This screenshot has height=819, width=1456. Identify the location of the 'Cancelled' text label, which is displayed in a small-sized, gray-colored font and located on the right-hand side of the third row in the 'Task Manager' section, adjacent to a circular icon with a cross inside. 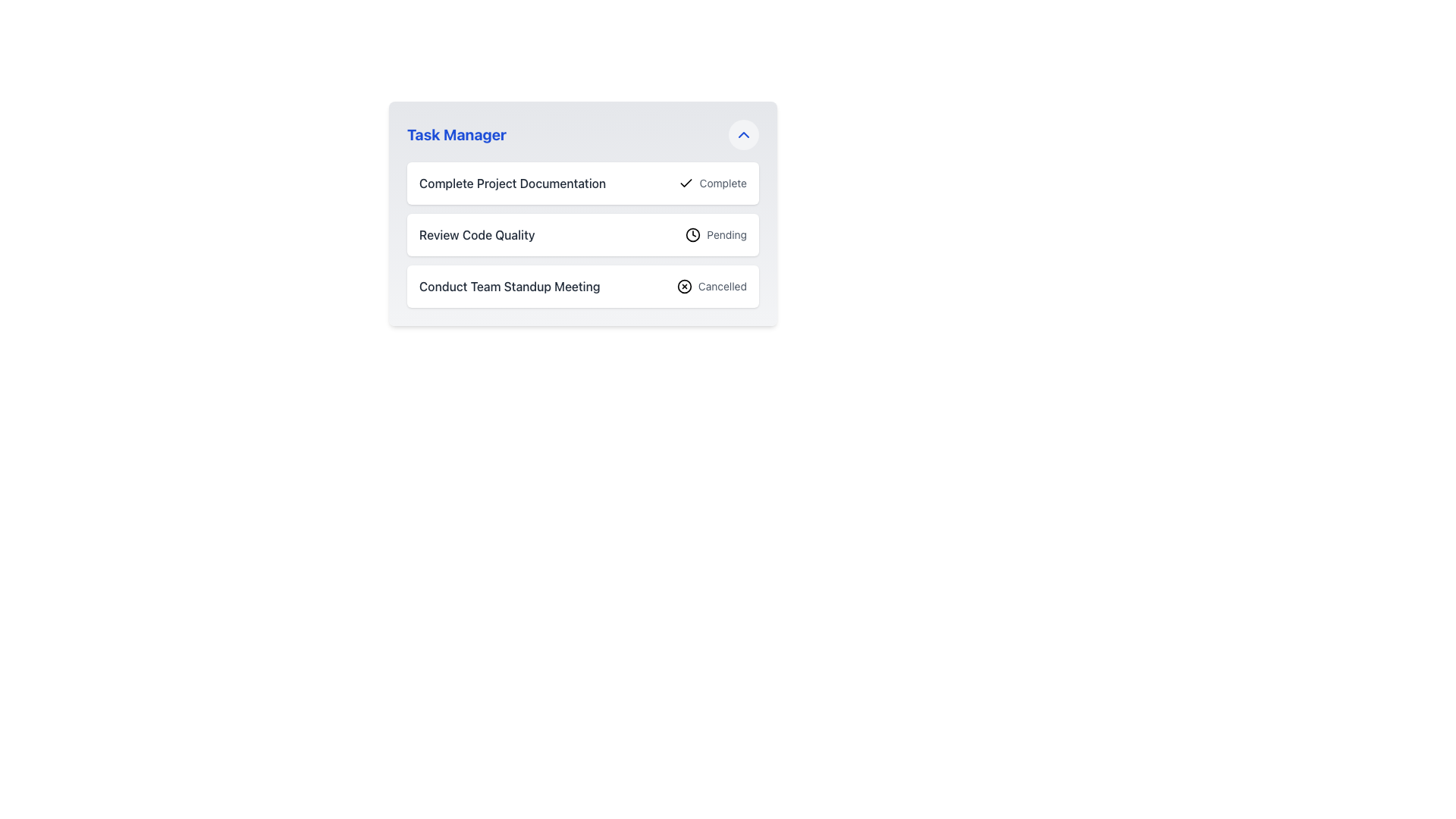
(721, 287).